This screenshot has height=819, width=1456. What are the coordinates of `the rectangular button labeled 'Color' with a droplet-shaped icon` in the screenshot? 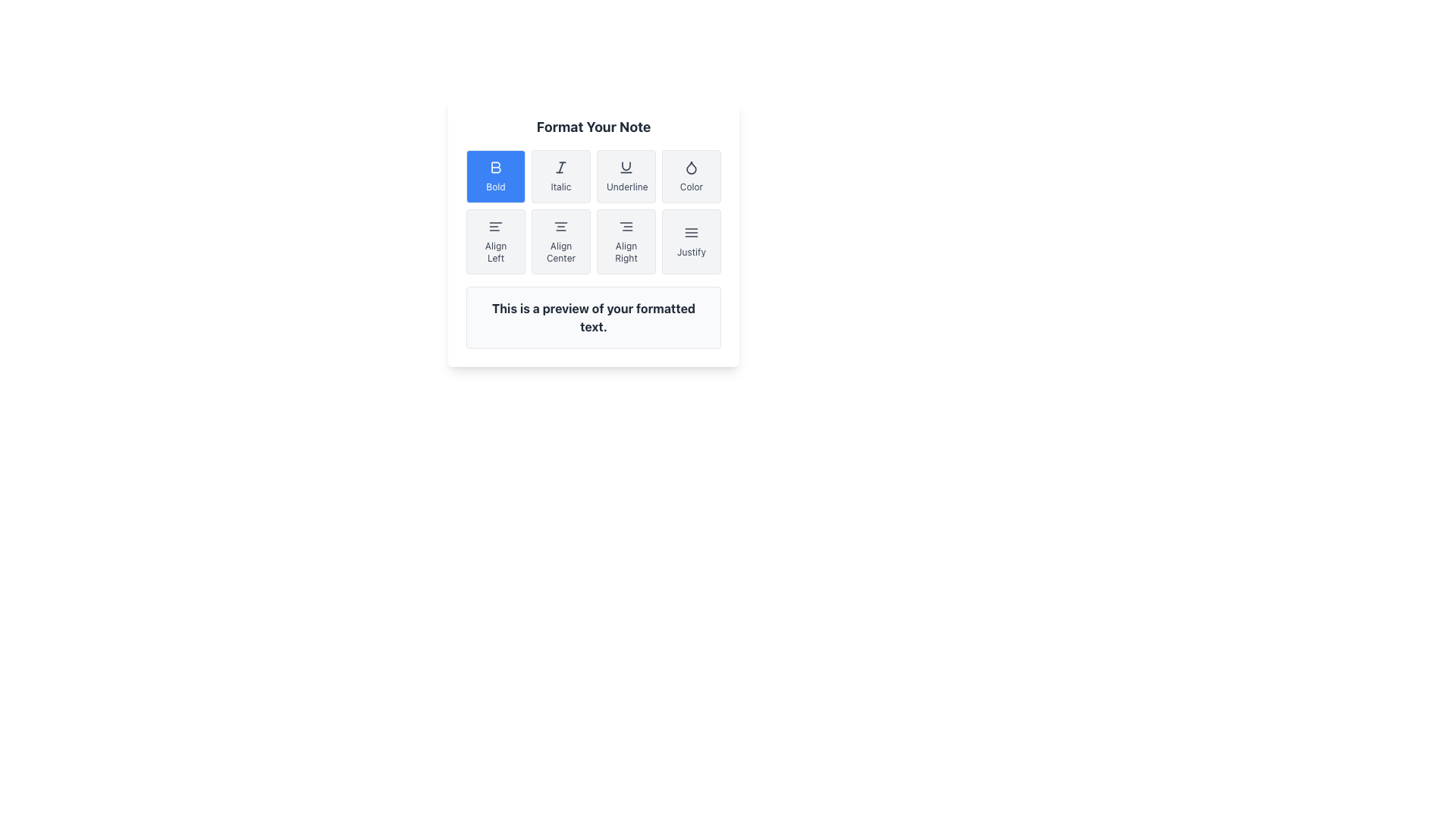 It's located at (691, 175).